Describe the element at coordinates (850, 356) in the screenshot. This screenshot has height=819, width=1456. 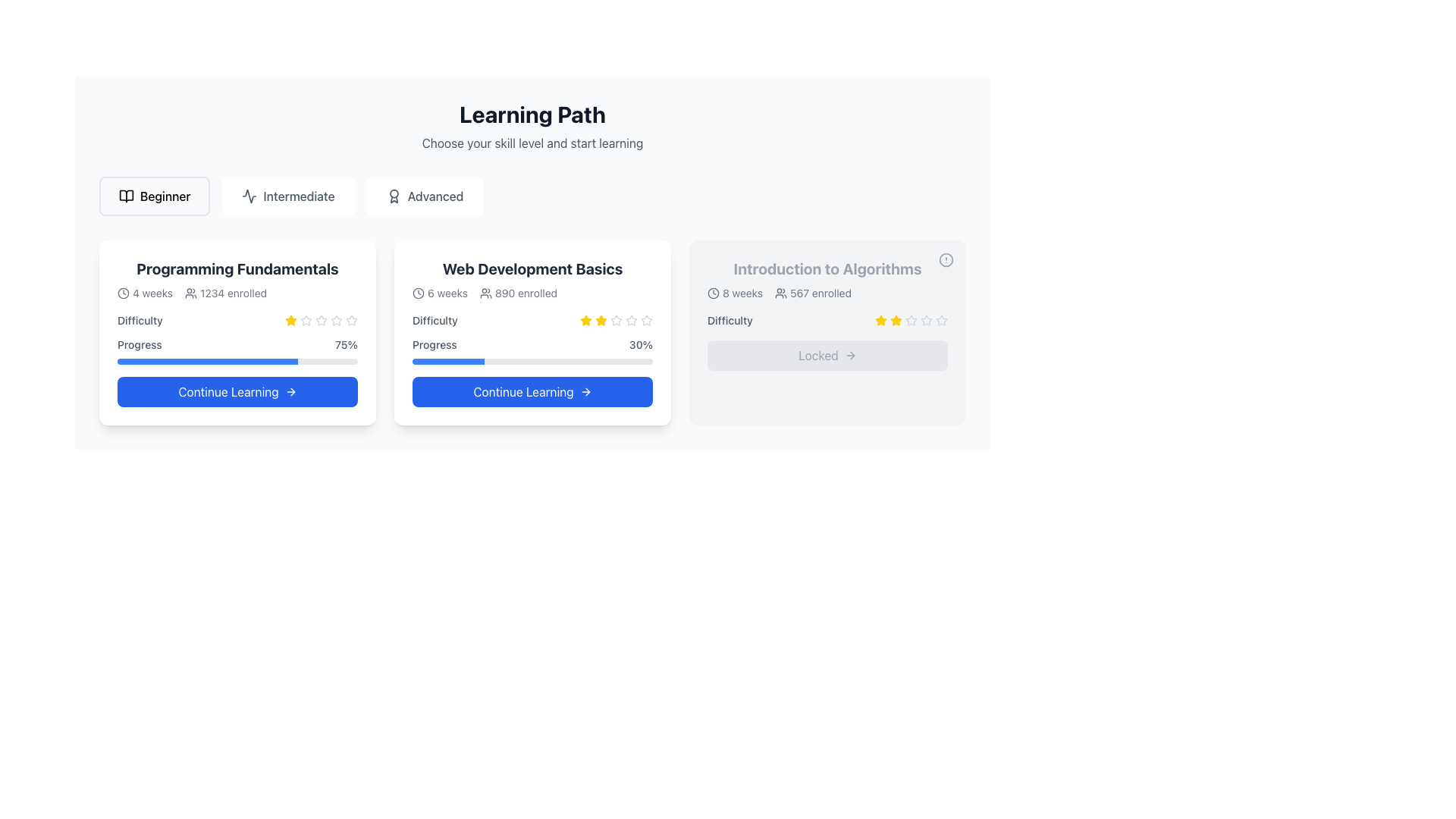
I see `the right-facing arrow icon within the 'Locked' button, which is styled with a gray stroke and is located at the center of the button's layout` at that location.